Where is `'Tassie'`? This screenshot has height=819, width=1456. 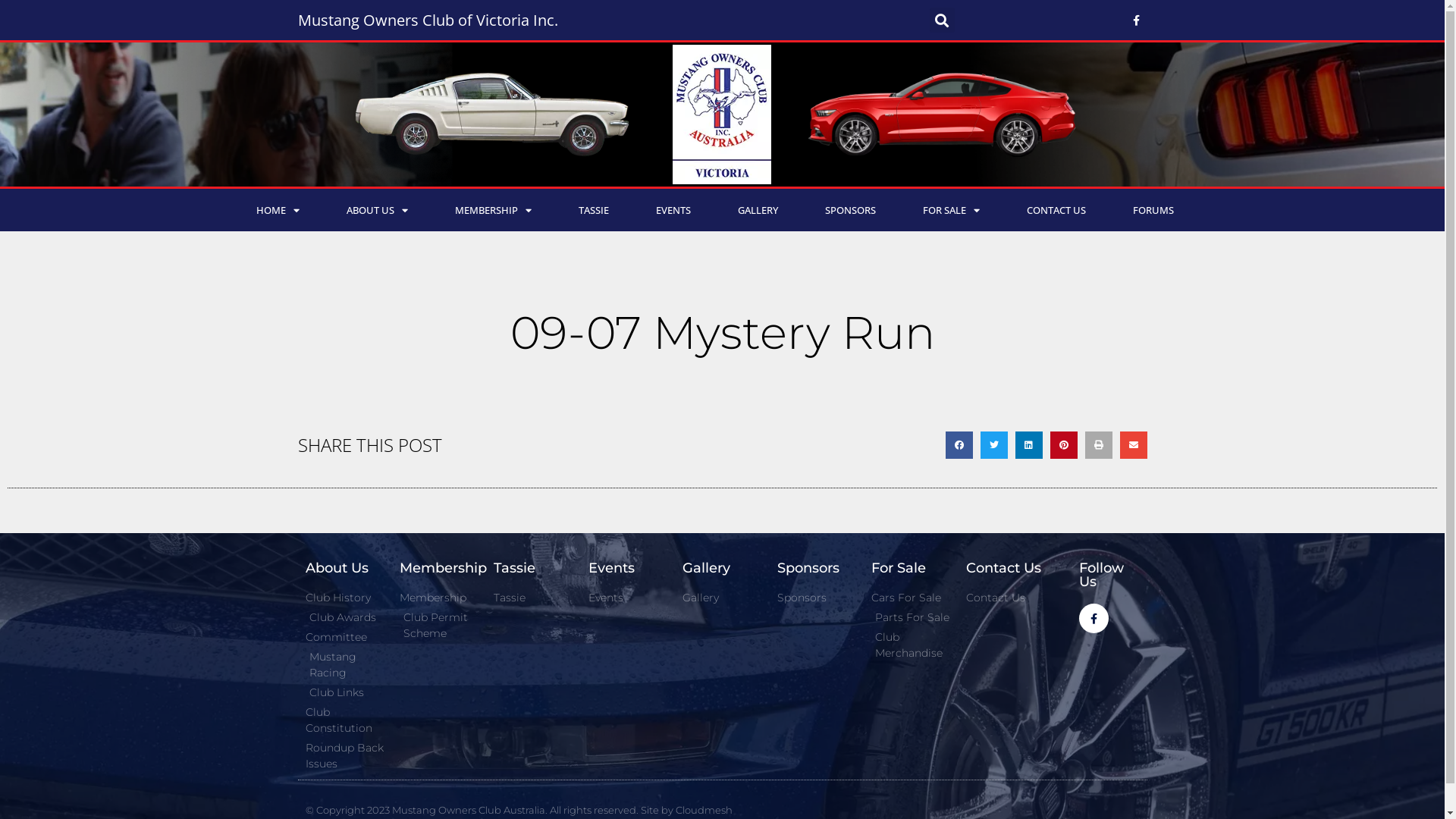 'Tassie' is located at coordinates (532, 597).